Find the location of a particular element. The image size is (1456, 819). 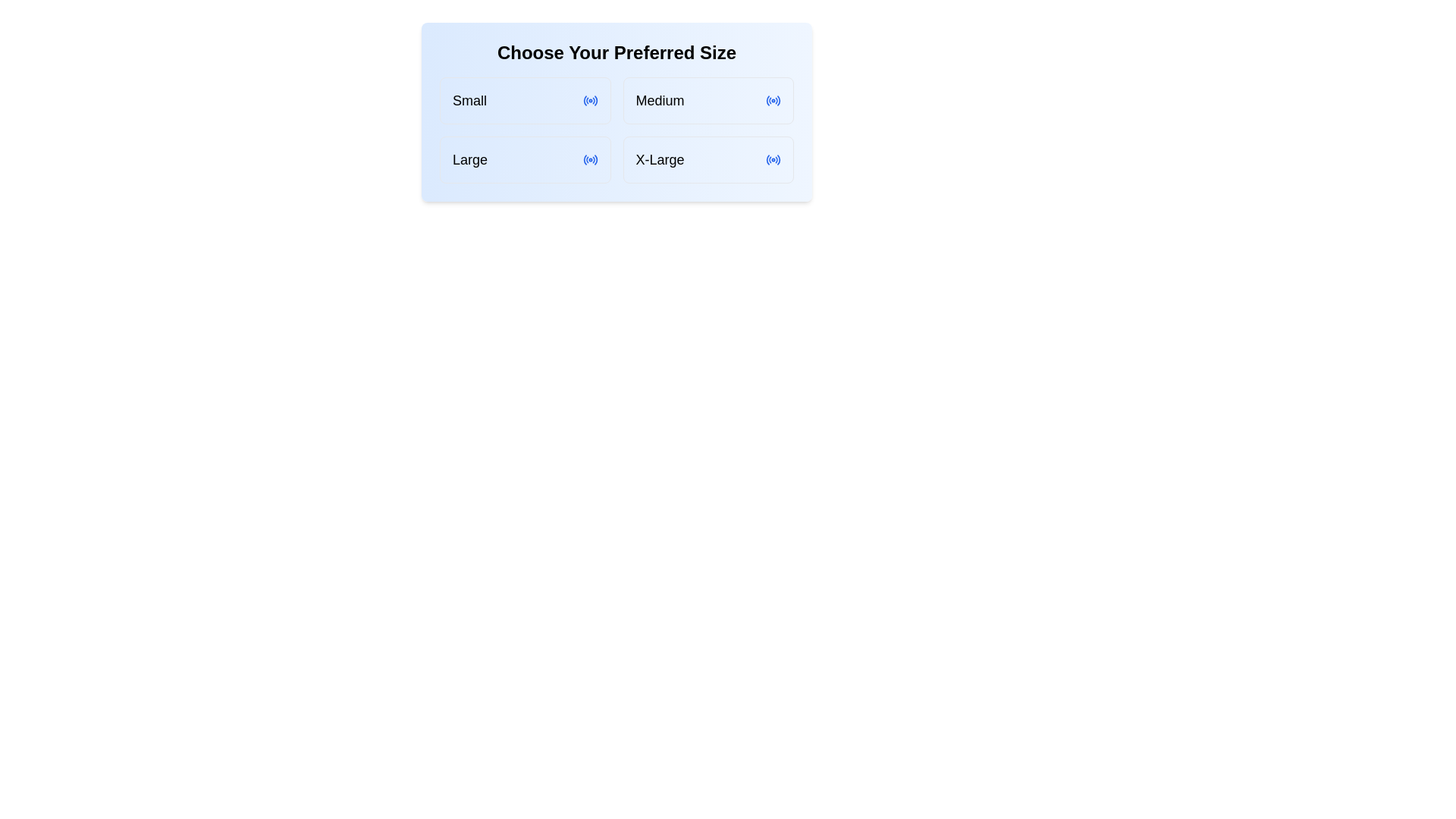

the leftmost segment of the radio button icon in the 'Small' options grid cell, which visually enhances the icon's aesthetic as an indicator for selection is located at coordinates (584, 100).